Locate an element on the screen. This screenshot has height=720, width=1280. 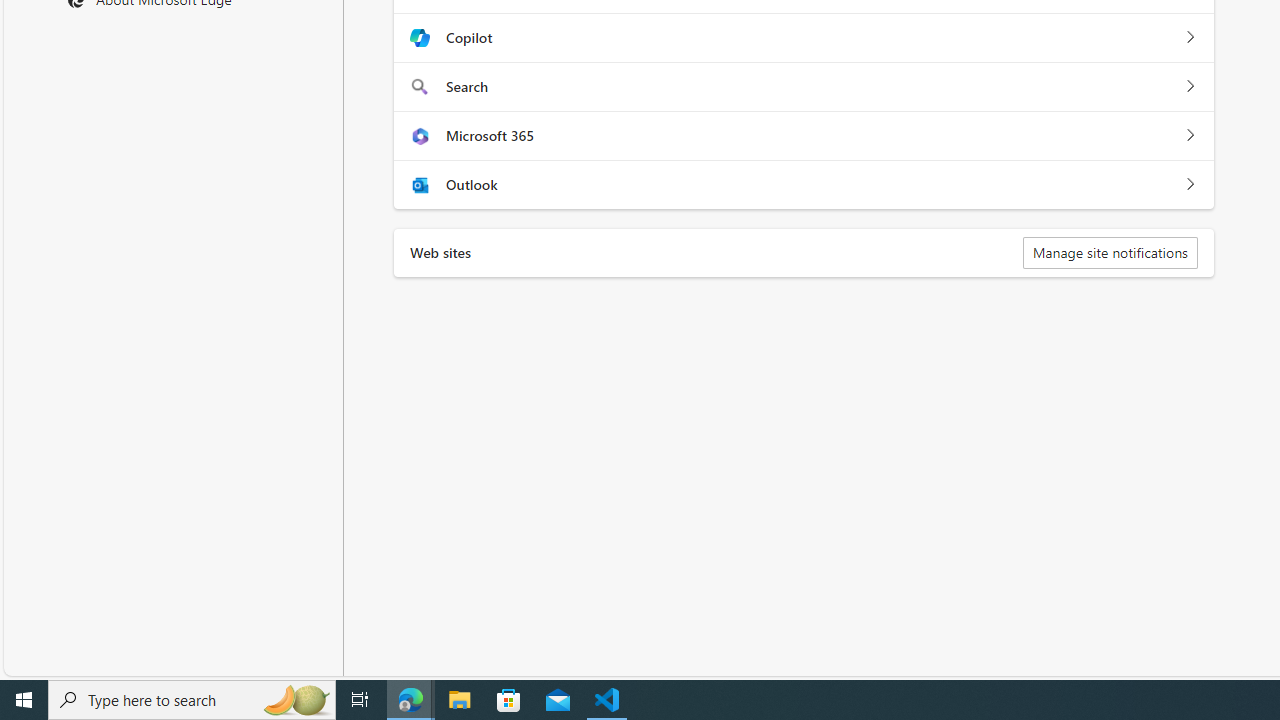
'Search highlights icon opens search home window' is located at coordinates (294, 698).